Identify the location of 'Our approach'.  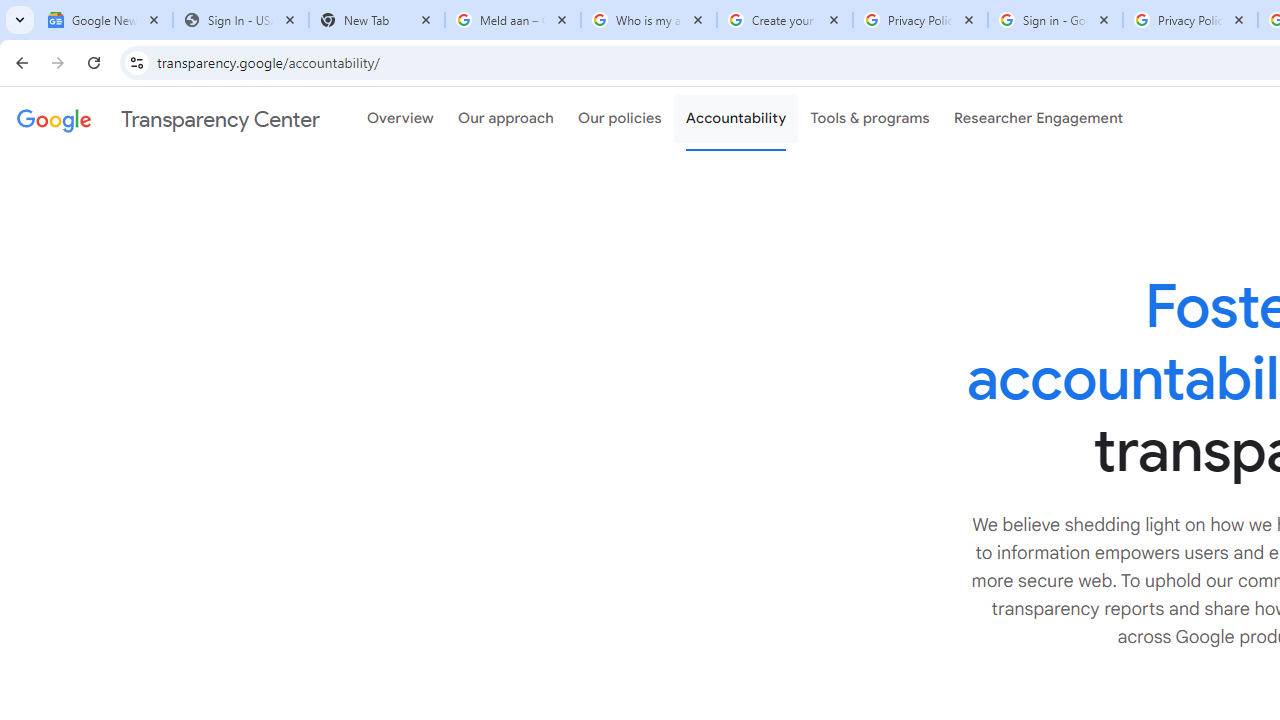
(506, 119).